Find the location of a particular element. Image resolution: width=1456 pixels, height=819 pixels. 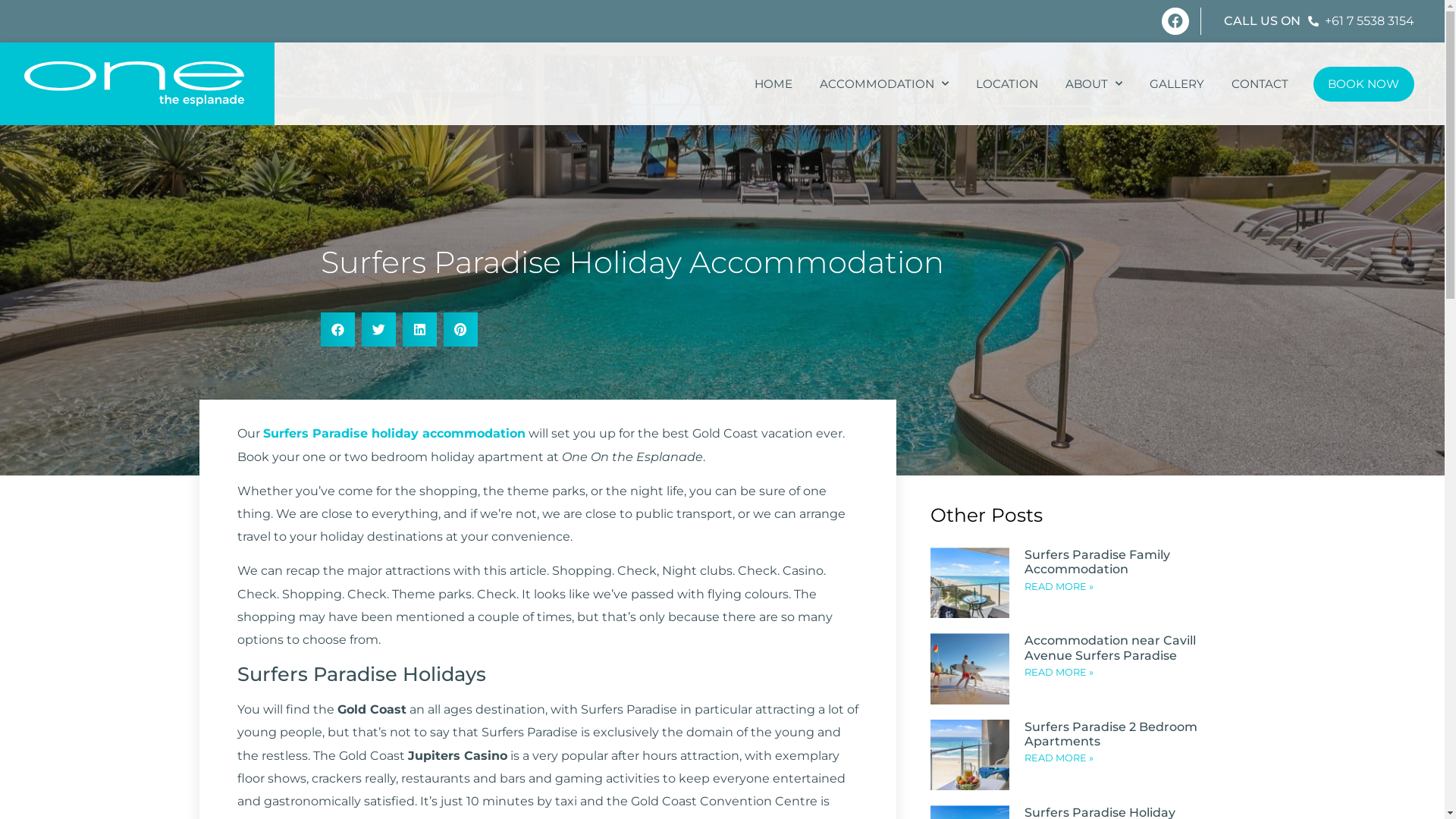

'BOOK NOW' is located at coordinates (1364, 84).